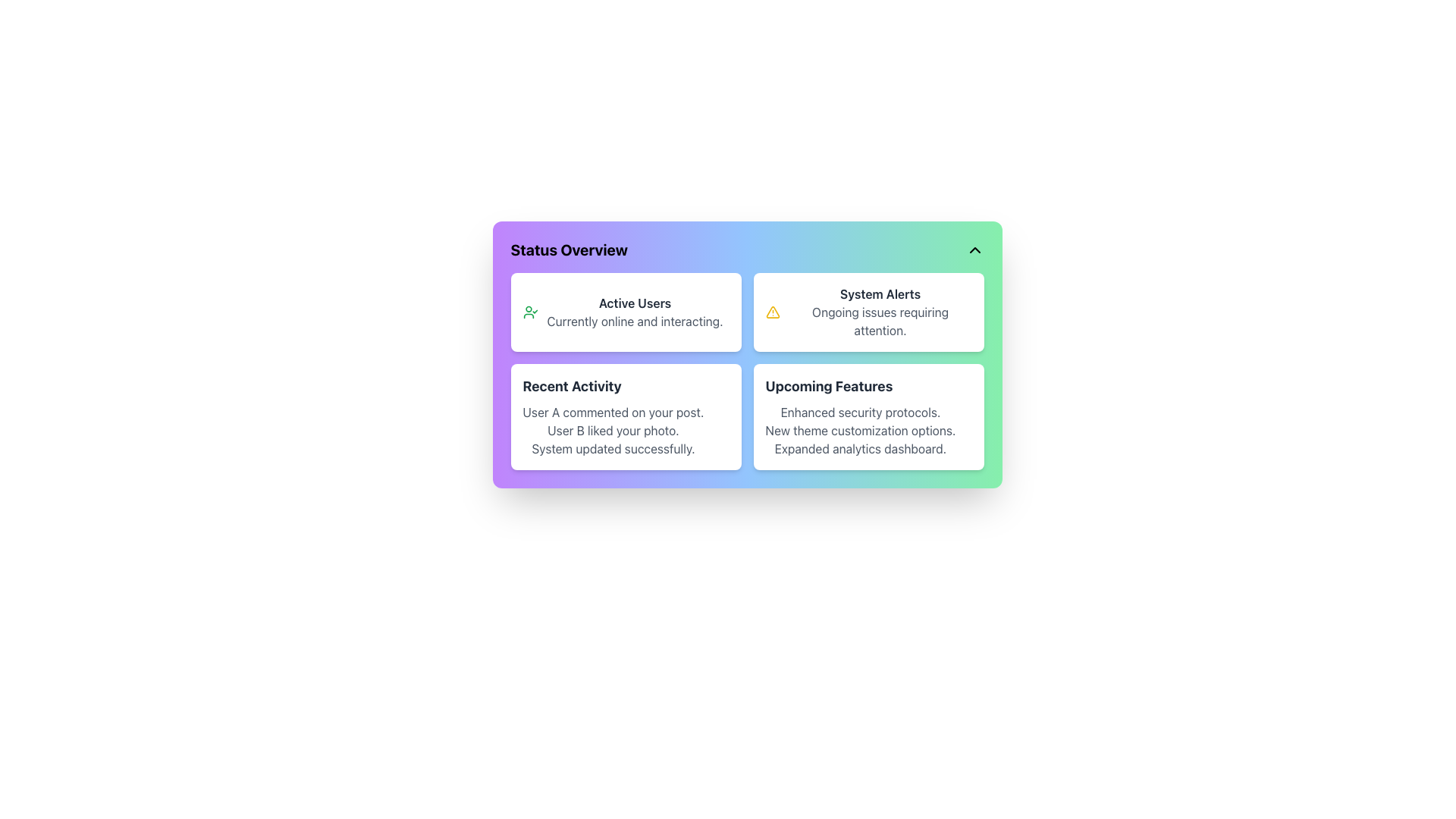 This screenshot has width=1456, height=819. What do you see at coordinates (828, 385) in the screenshot?
I see `text label displaying 'Upcoming Features' located at the top of the card in the bottom-right corner of the four-card grid` at bounding box center [828, 385].